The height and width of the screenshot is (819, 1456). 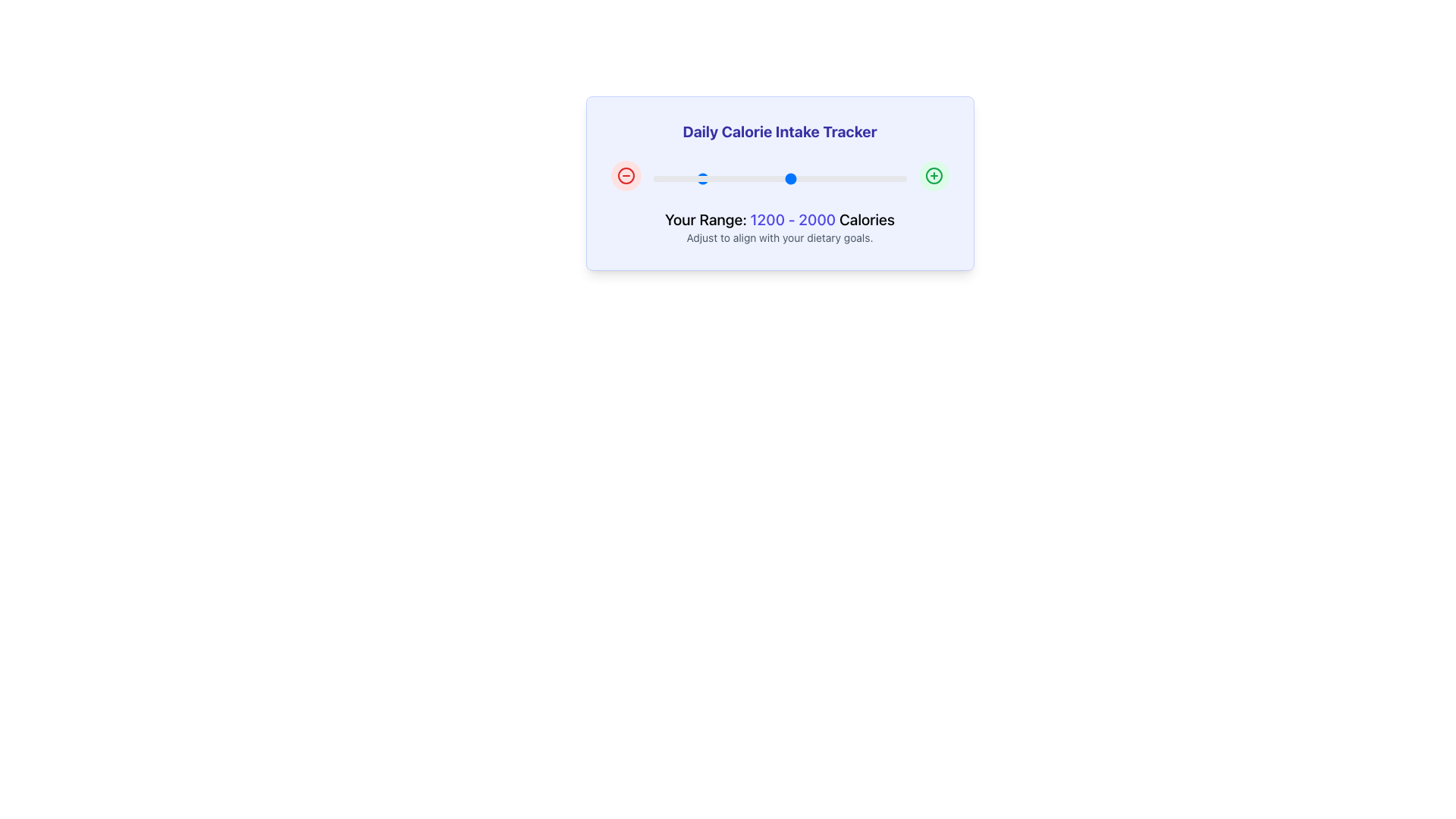 I want to click on the calorie value, so click(x=720, y=177).